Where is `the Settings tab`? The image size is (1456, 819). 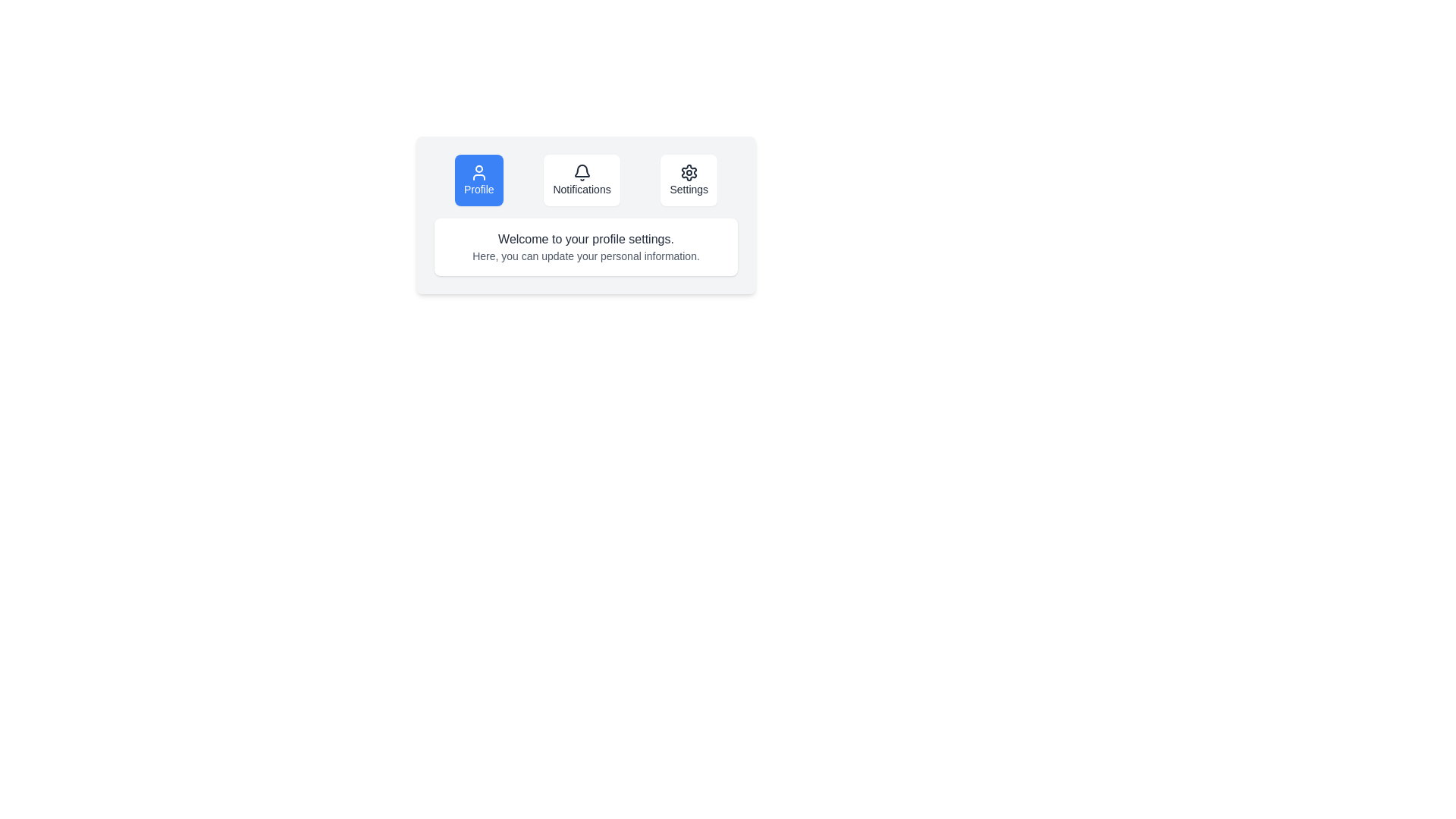
the Settings tab is located at coordinates (688, 180).